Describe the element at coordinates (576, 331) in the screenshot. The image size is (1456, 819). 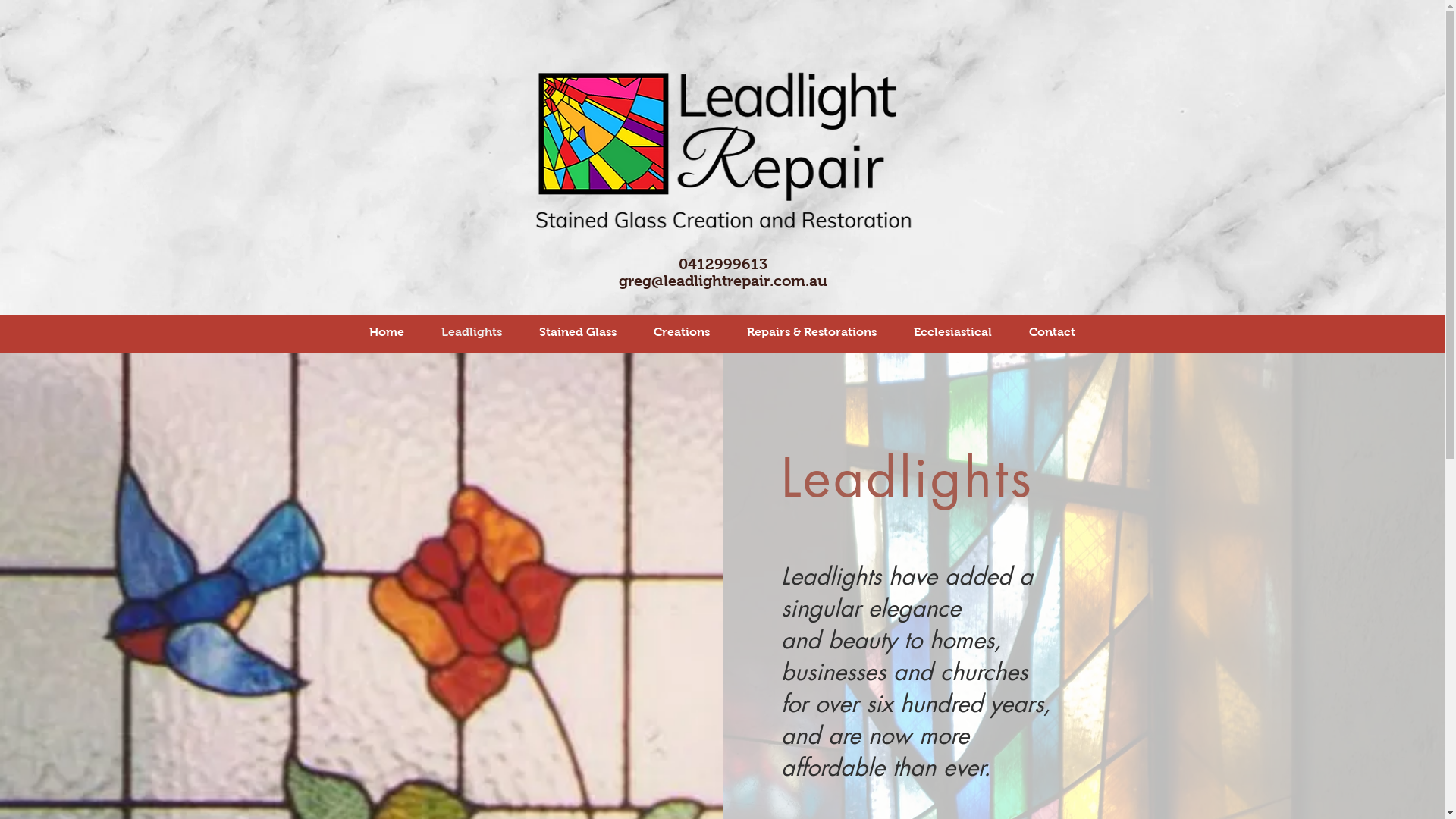
I see `'Stained Glass'` at that location.